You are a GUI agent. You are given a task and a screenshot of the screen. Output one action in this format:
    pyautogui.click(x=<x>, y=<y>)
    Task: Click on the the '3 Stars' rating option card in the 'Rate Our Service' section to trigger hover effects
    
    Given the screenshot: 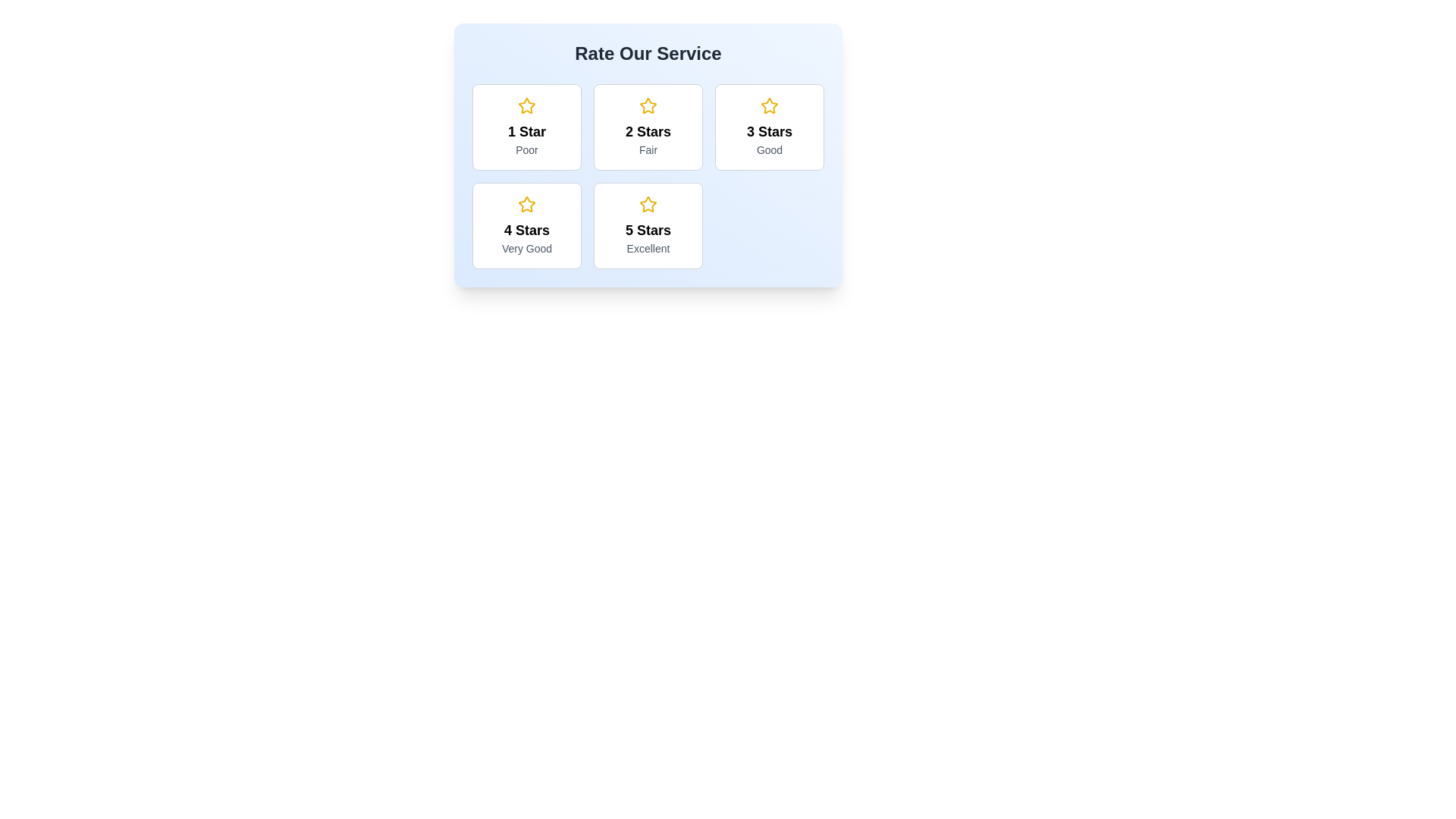 What is the action you would take?
    pyautogui.click(x=769, y=127)
    